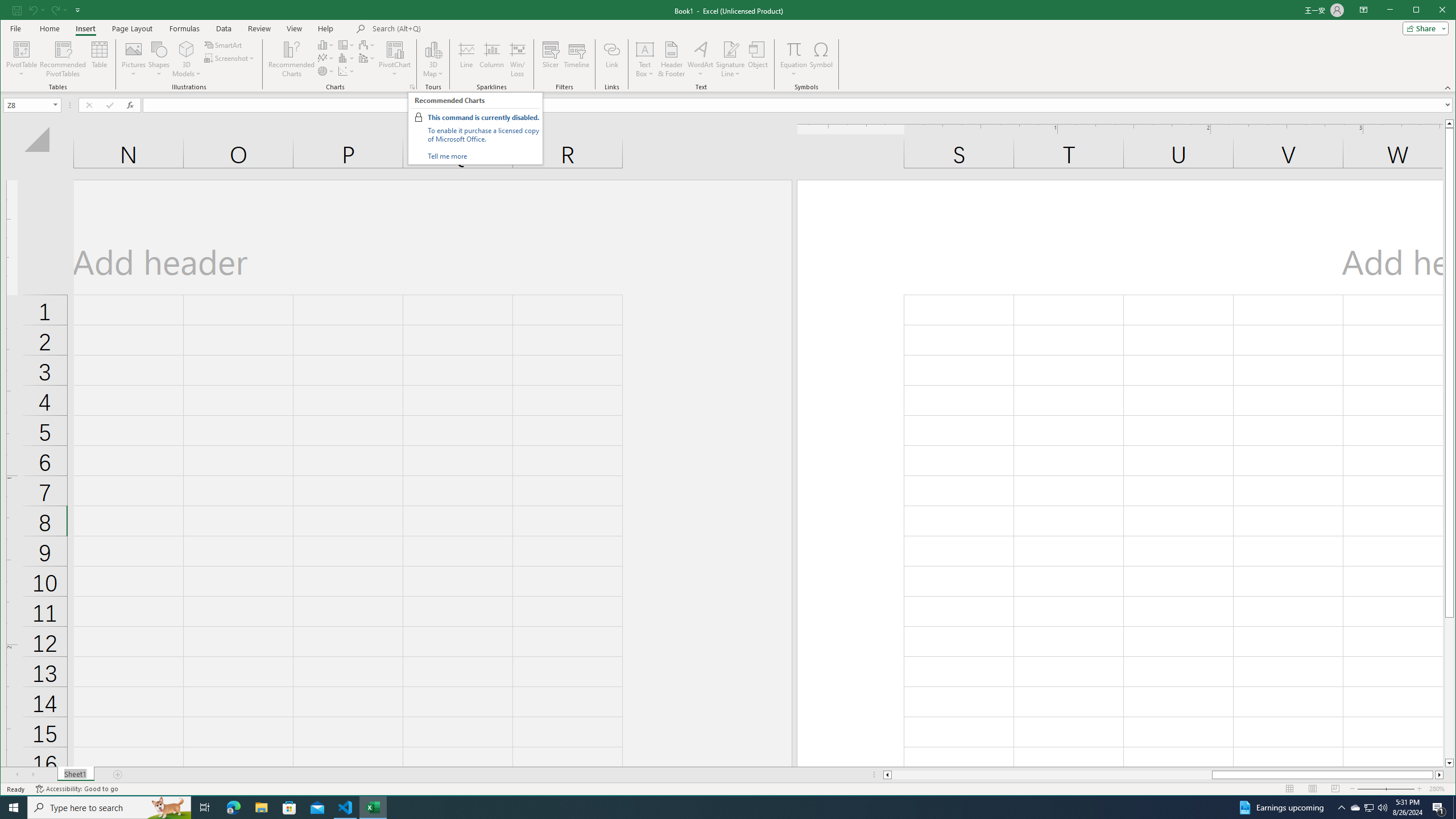 This screenshot has height=819, width=1456. I want to click on 'Insert Pie or Doughnut Chart', so click(325, 71).